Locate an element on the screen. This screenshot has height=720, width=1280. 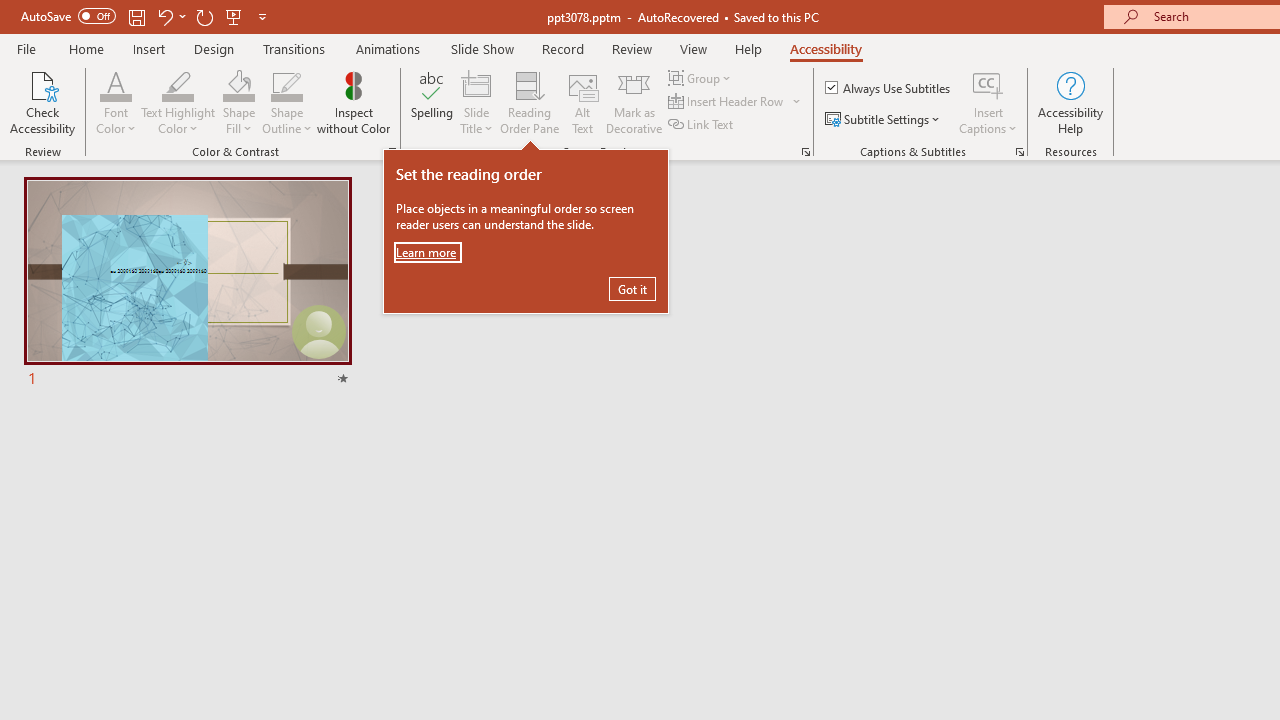
'Accessibility Help' is located at coordinates (1069, 103).